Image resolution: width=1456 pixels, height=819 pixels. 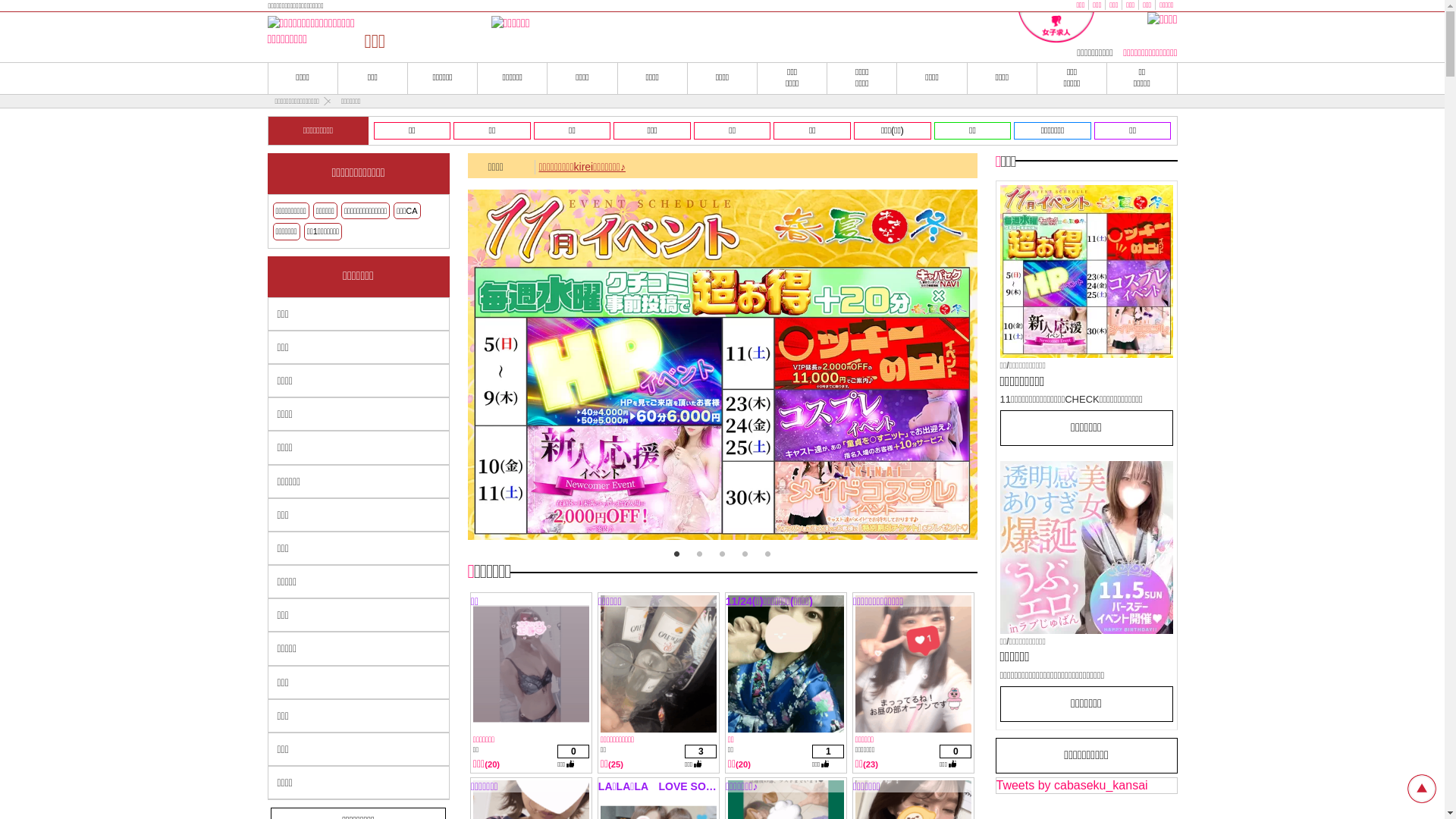 I want to click on 'Tweets by cabaseku_kansai', so click(x=1072, y=785).